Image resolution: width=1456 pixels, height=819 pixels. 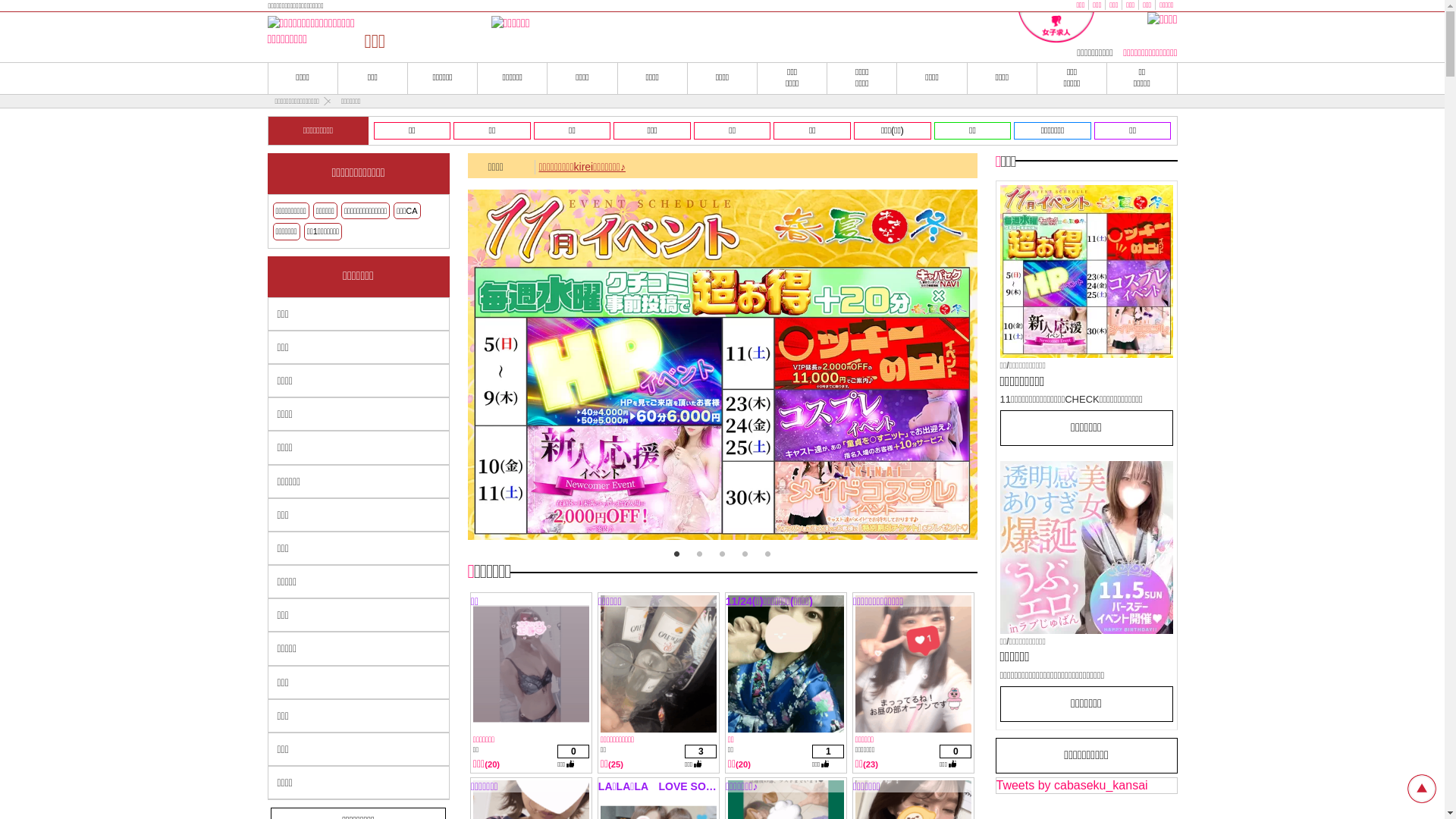 I want to click on 'Tweets by cabaseku_kansai', so click(x=1072, y=785).